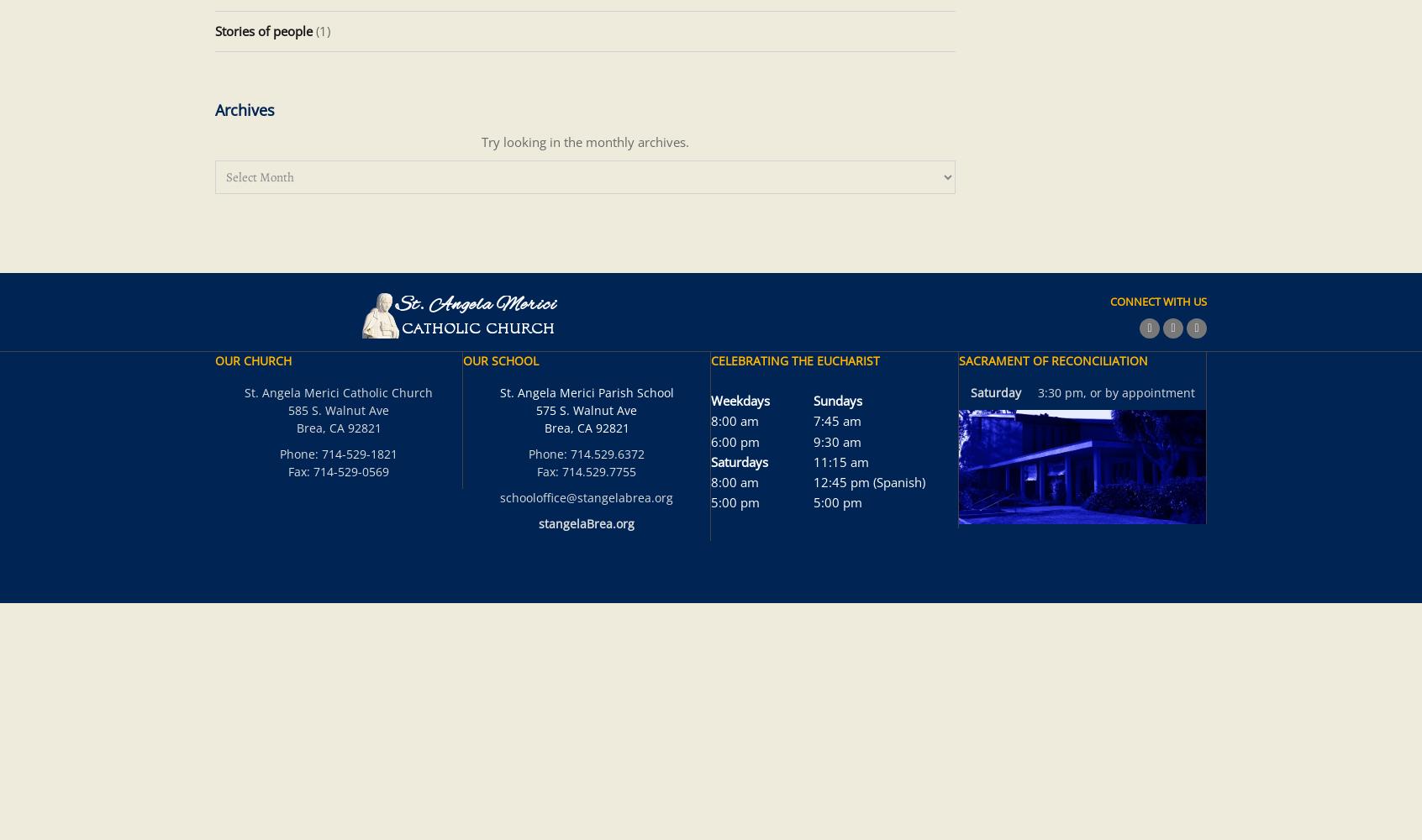 The height and width of the screenshot is (840, 1422). What do you see at coordinates (214, 360) in the screenshot?
I see `'Our Church'` at bounding box center [214, 360].